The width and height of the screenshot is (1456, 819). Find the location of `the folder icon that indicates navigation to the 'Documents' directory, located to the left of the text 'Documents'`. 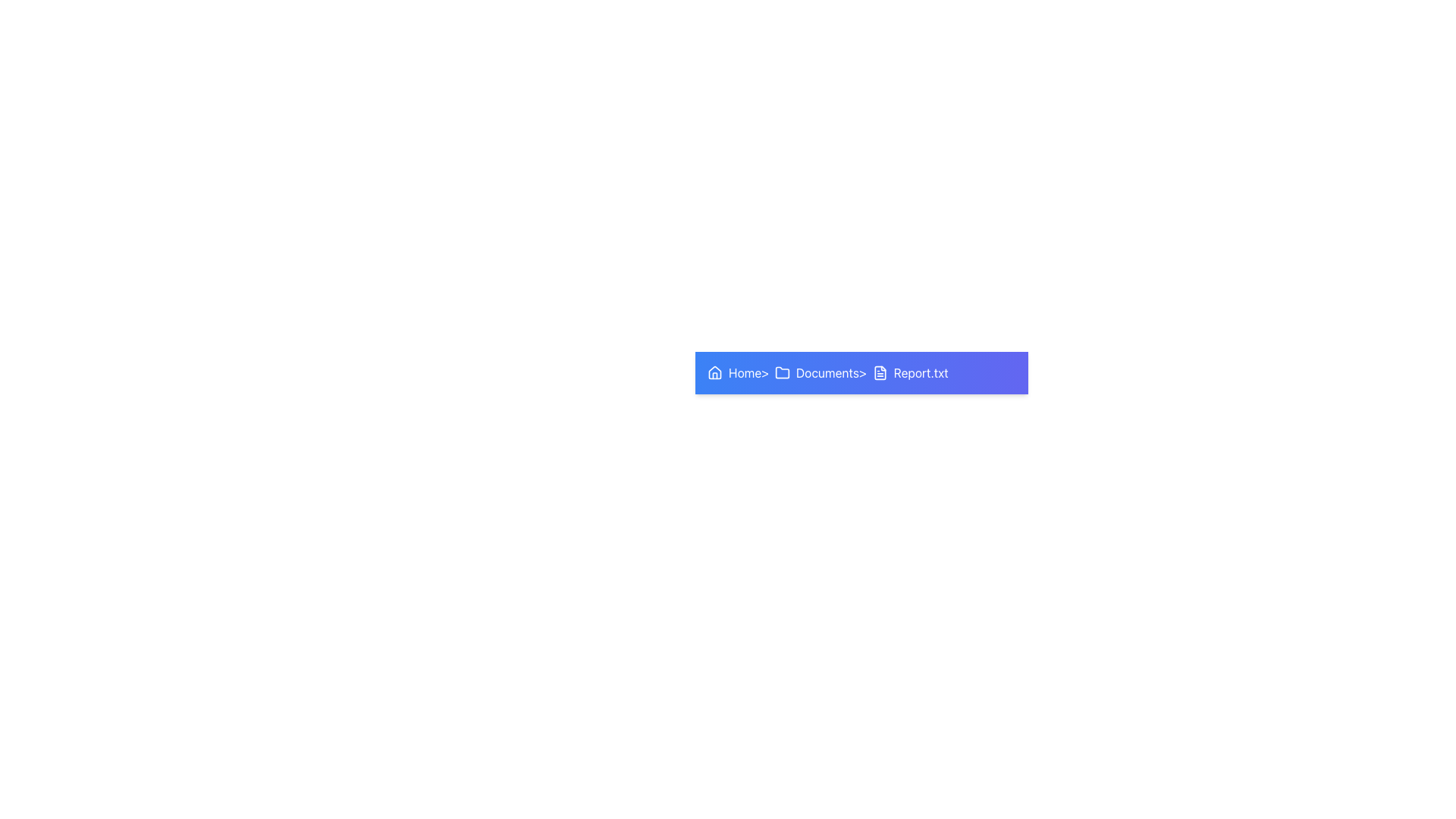

the folder icon that indicates navigation to the 'Documents' directory, located to the left of the text 'Documents' is located at coordinates (783, 373).